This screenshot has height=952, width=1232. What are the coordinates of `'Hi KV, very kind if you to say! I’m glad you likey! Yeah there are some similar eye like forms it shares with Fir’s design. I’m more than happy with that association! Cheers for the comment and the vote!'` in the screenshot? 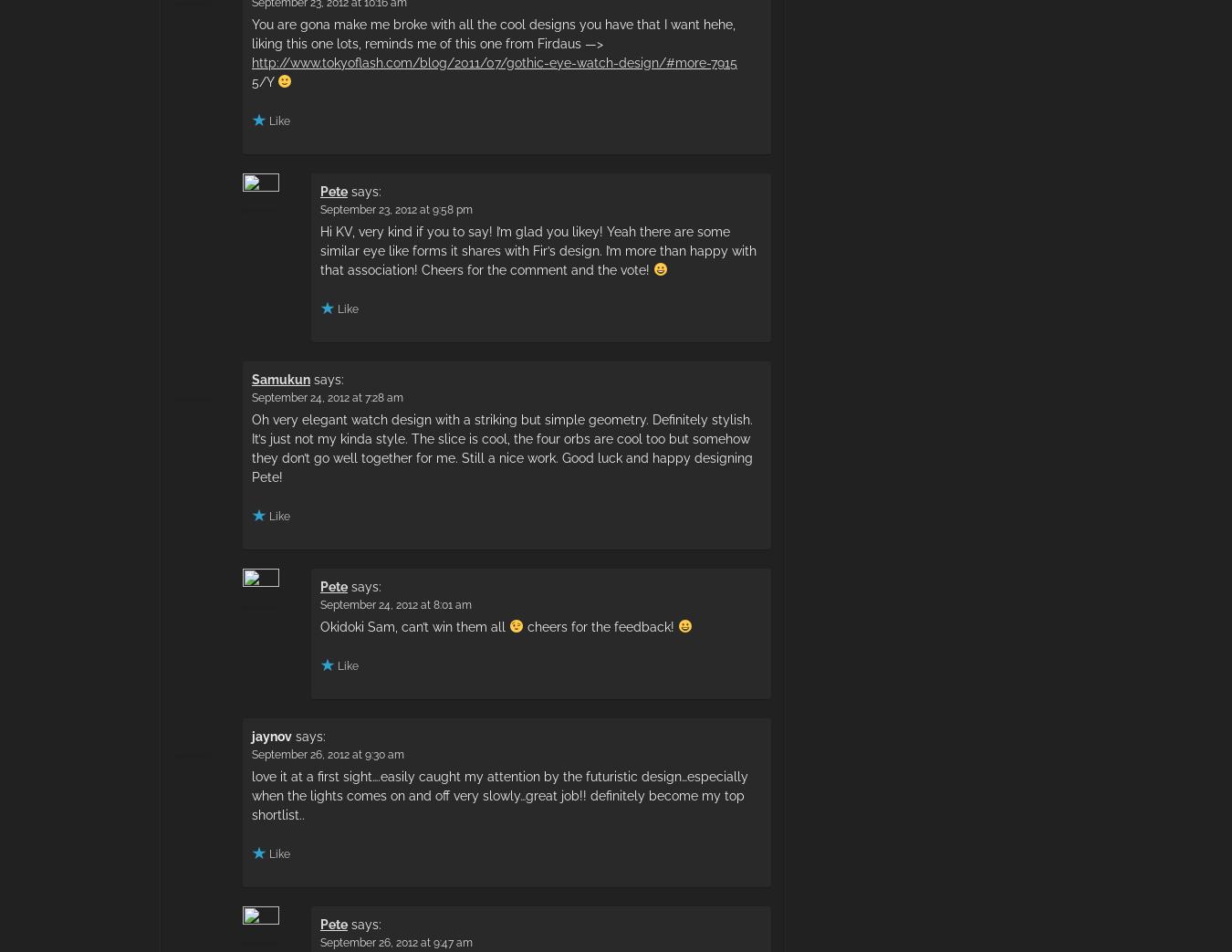 It's located at (538, 249).